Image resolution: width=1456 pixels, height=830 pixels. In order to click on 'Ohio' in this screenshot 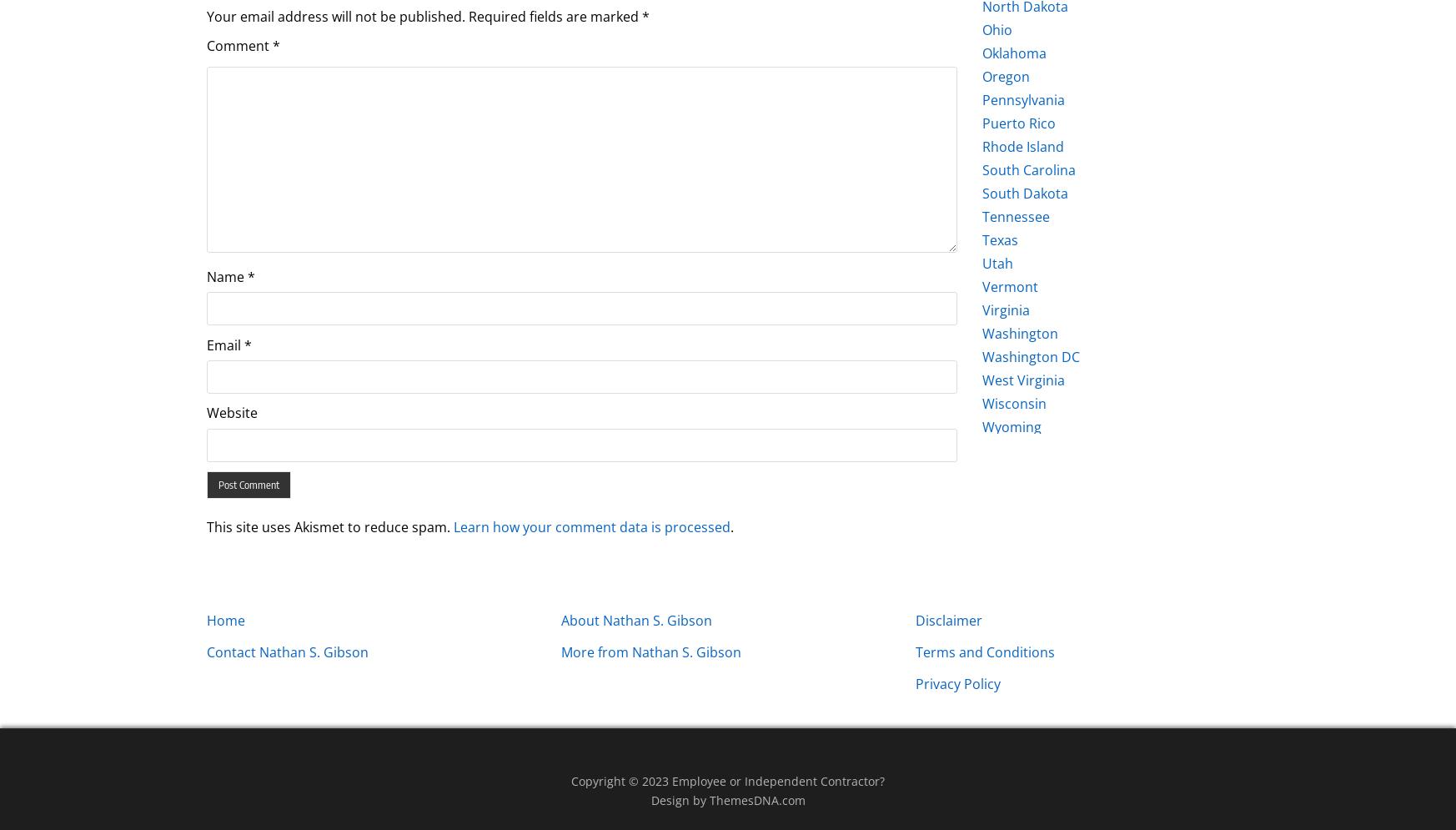, I will do `click(982, 30)`.